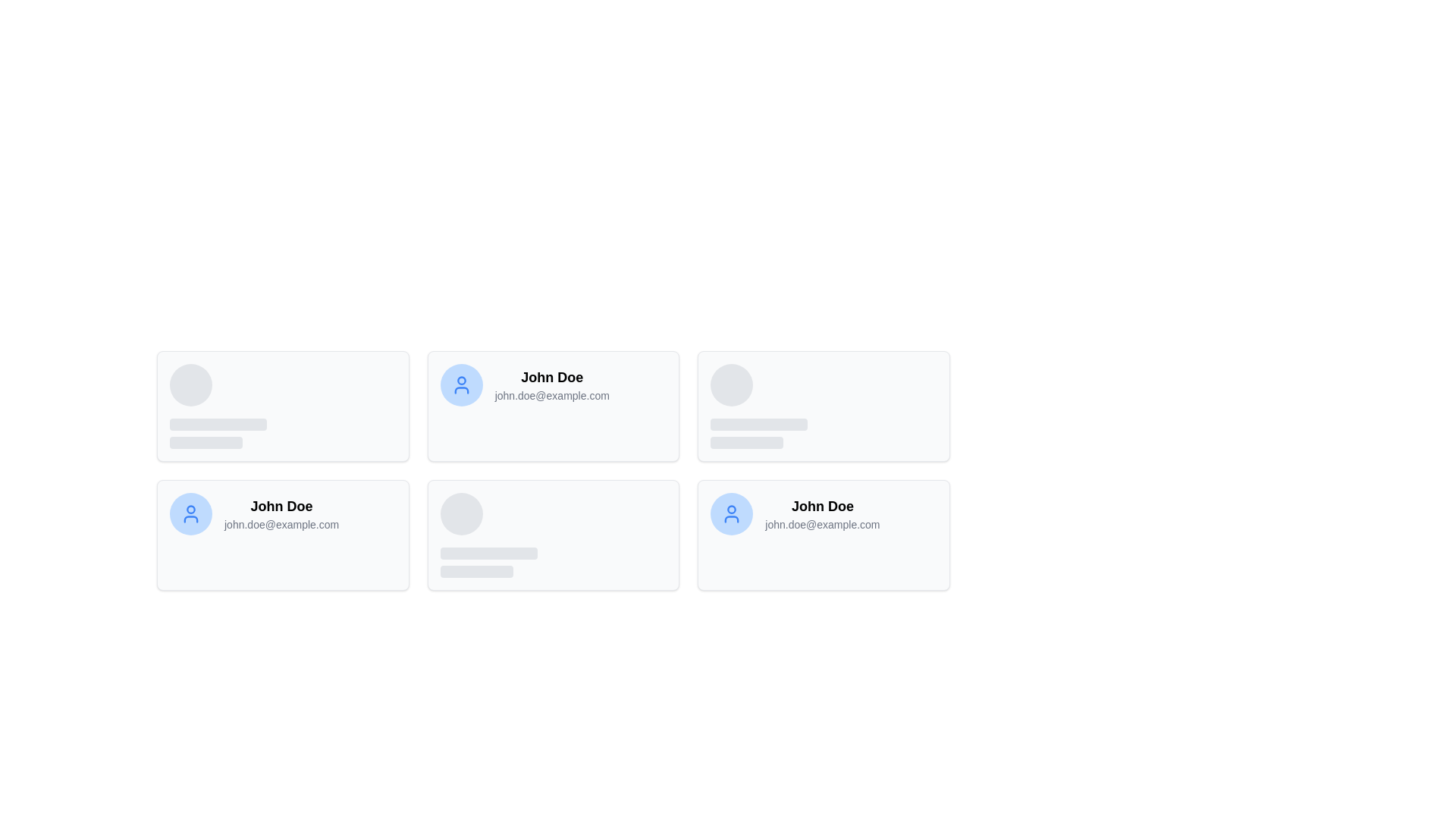  I want to click on the user profile name text label, which is centrally located in the second box of the top row in the grid layout, above the email address and next to the profile icon, so click(551, 376).